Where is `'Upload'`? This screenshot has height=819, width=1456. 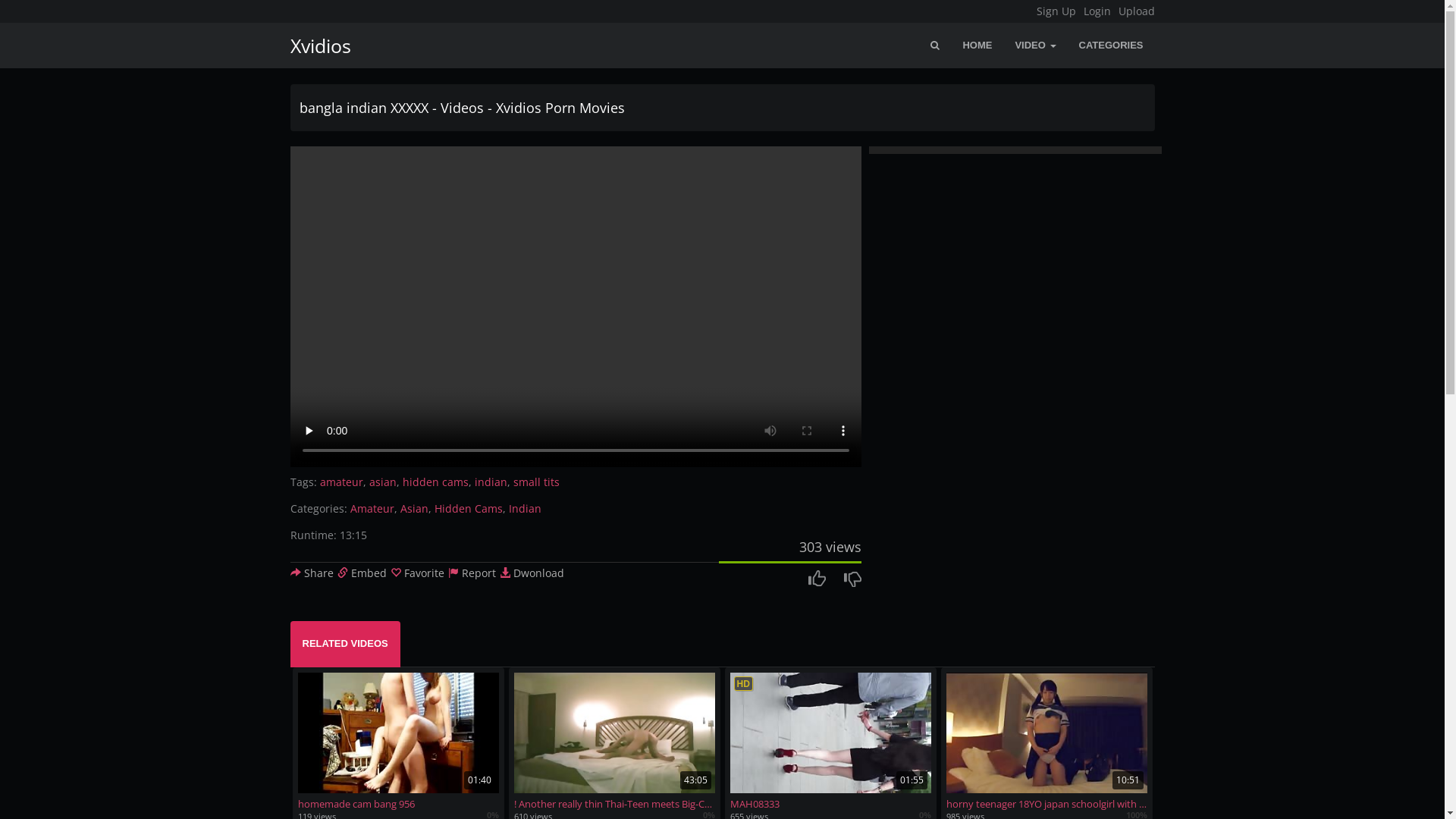
'Upload' is located at coordinates (1135, 11).